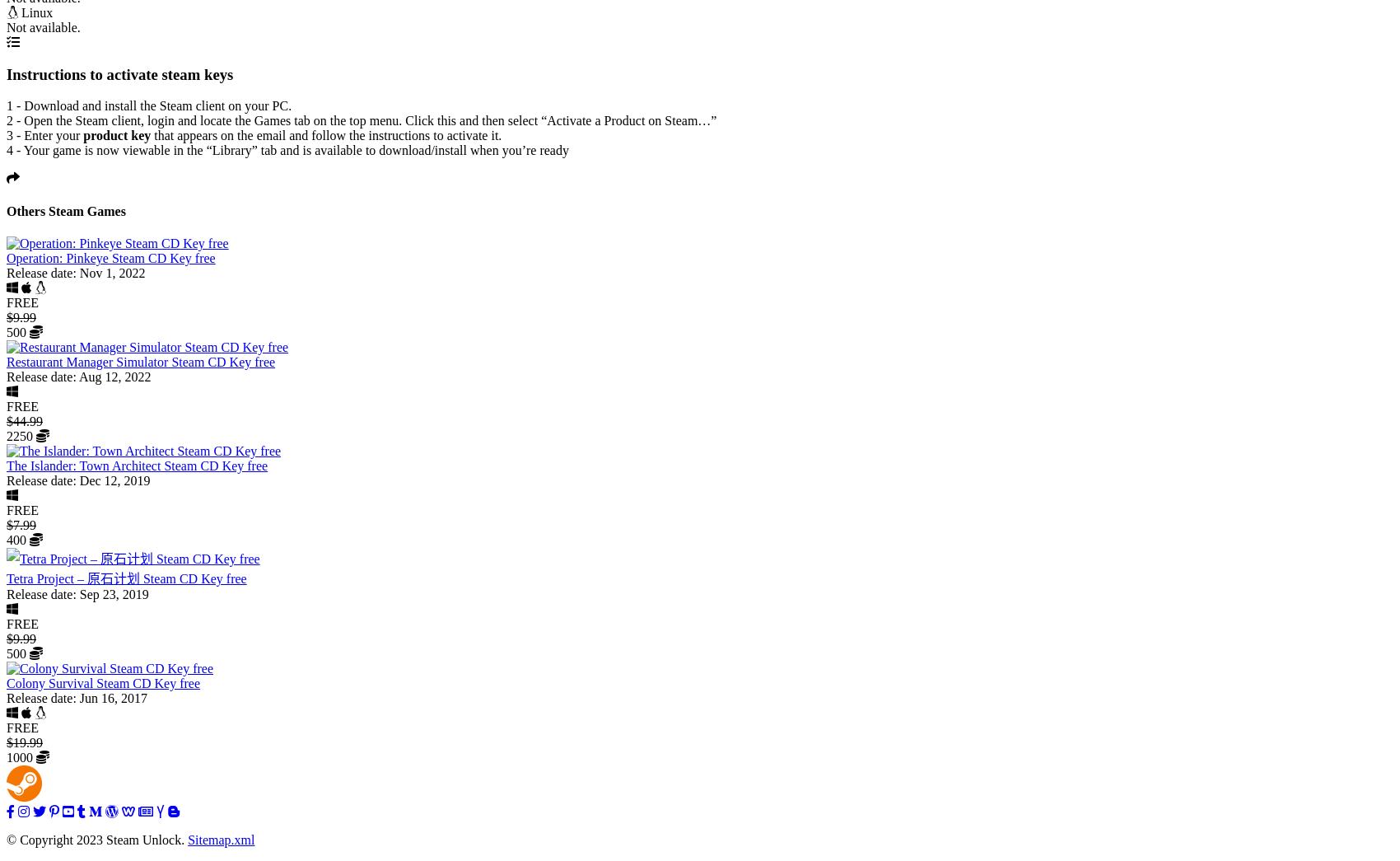  Describe the element at coordinates (110, 479) in the screenshot. I see `': Dec 12, 2019'` at that location.